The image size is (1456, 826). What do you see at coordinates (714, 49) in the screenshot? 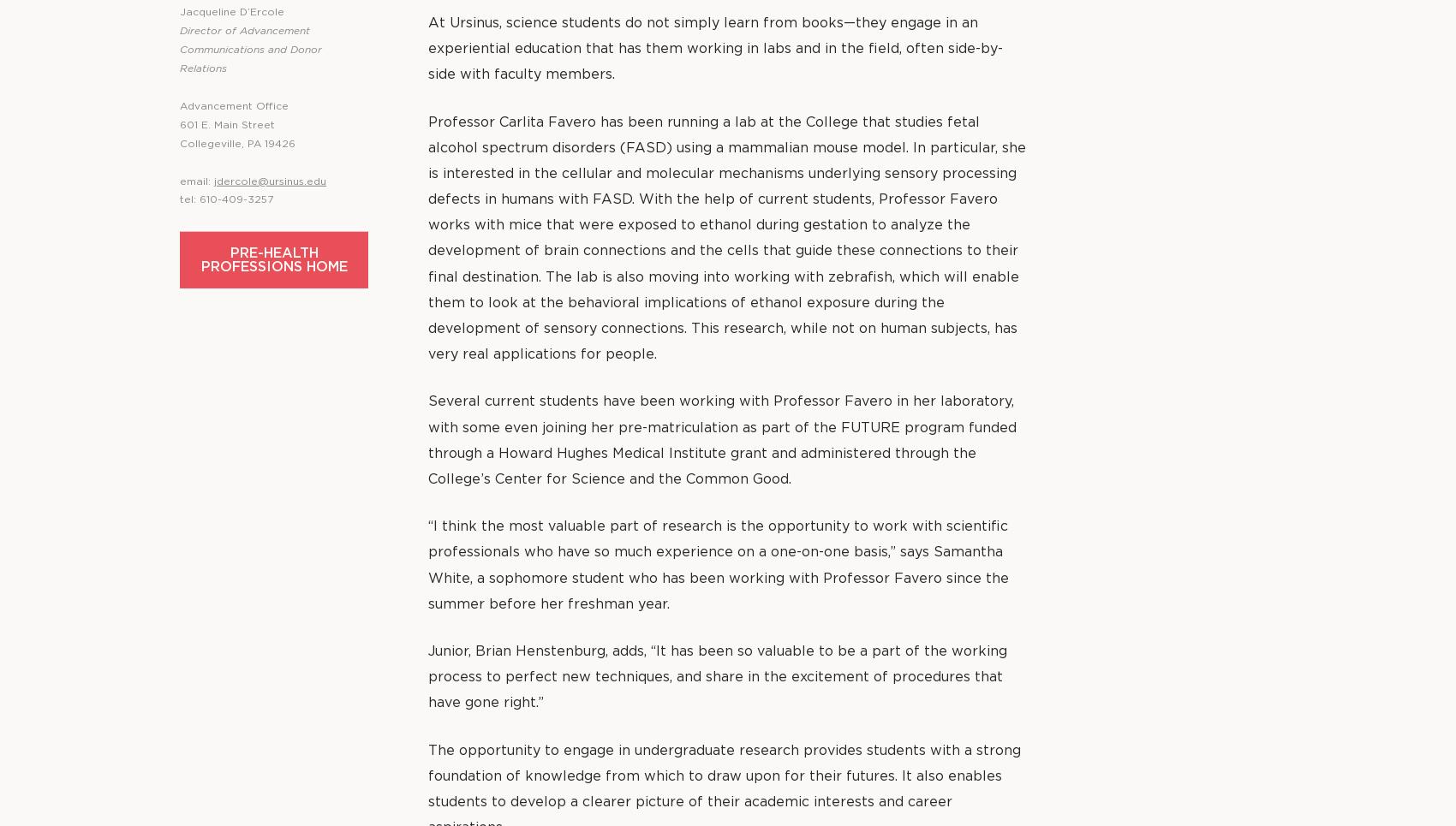
I see `'At Ursinus, science students do not simply learn from books—they engage in an experiential education that has them working in labs and in the field, often side-by-side with faculty members.'` at bounding box center [714, 49].